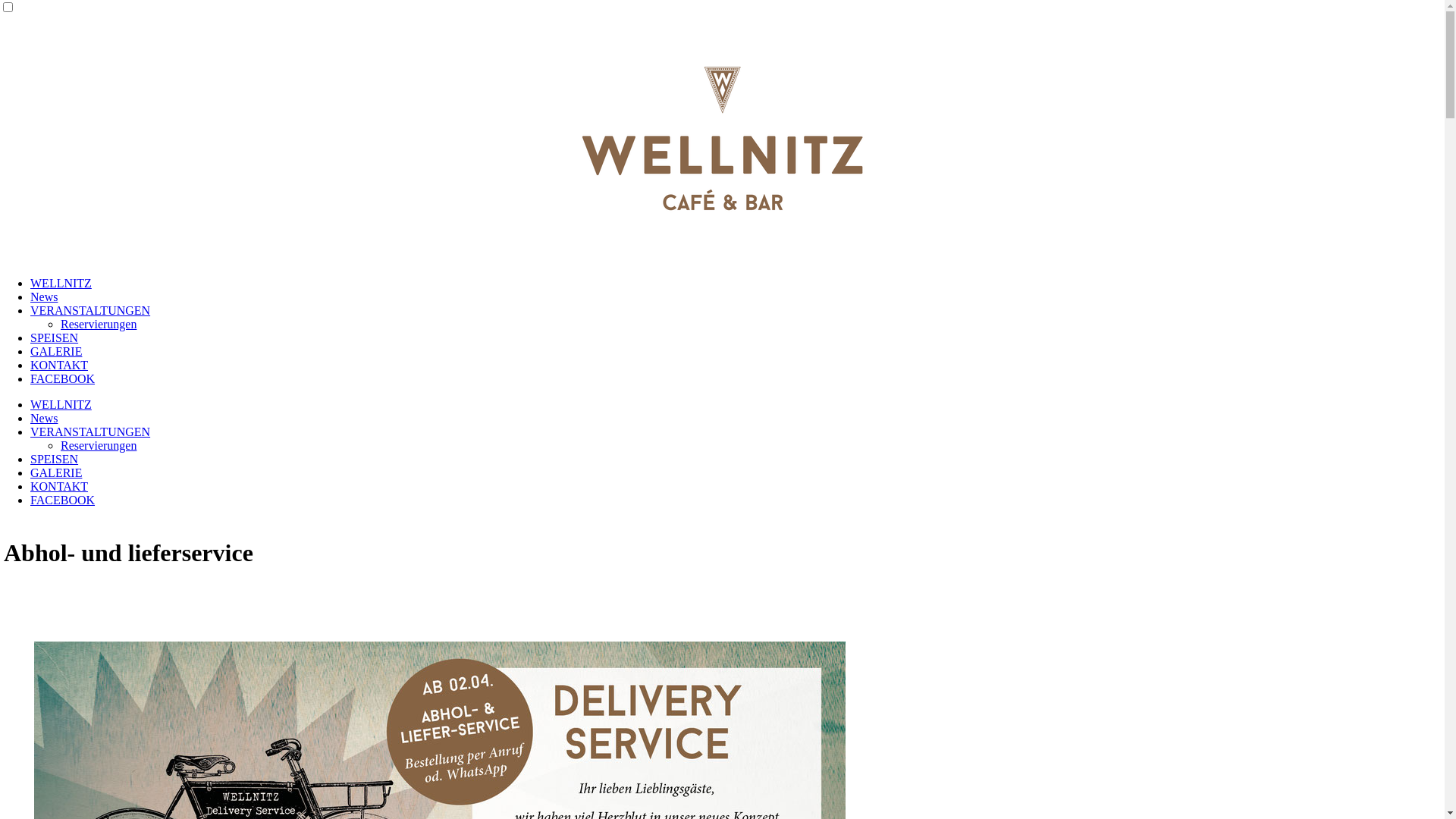 The width and height of the screenshot is (1456, 819). What do you see at coordinates (61, 378) in the screenshot?
I see `'FACEBOOK'` at bounding box center [61, 378].